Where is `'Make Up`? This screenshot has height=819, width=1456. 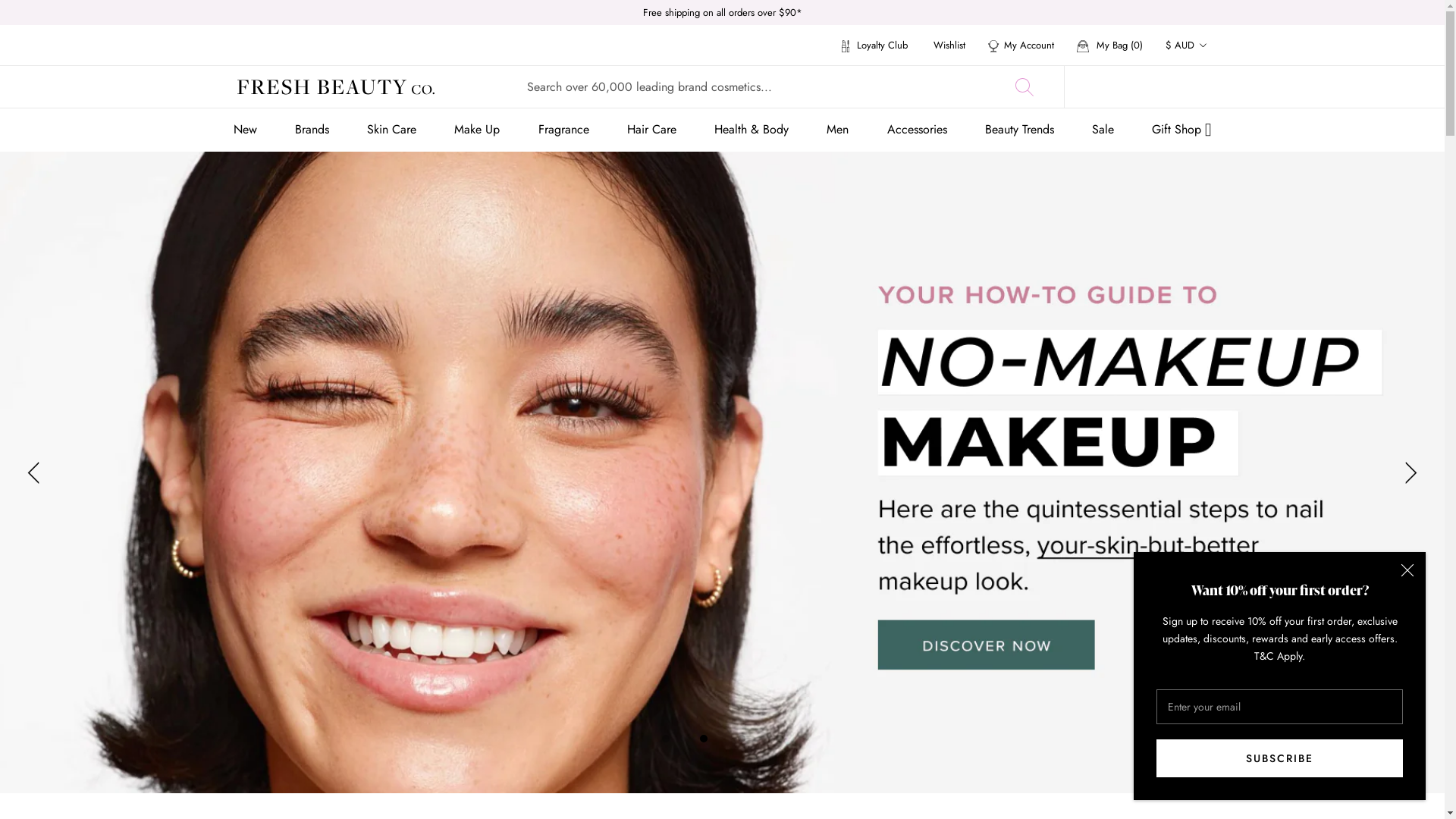 'Make Up is located at coordinates (475, 128).